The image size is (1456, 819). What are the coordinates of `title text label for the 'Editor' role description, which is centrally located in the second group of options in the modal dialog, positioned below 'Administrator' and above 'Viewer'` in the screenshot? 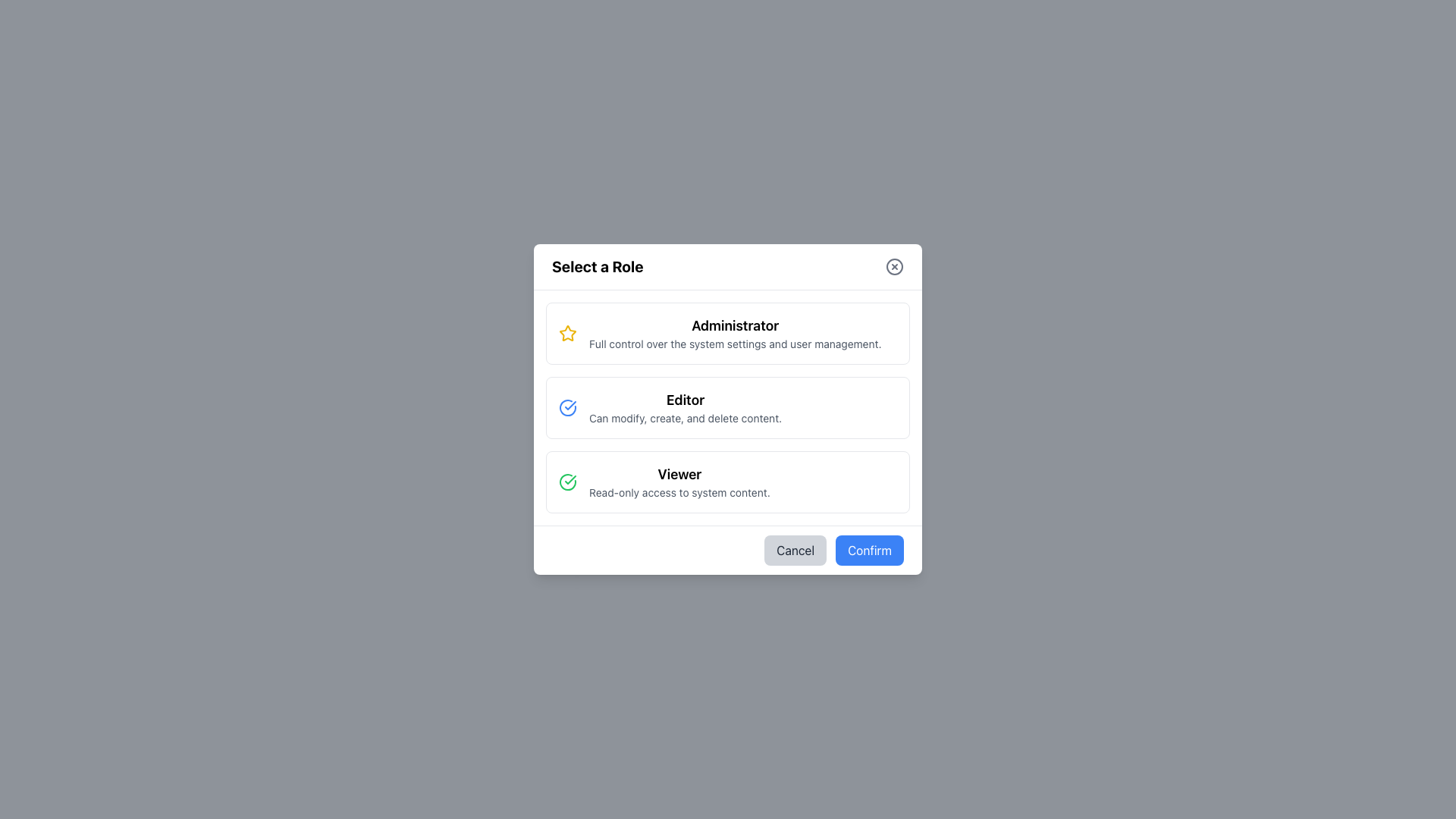 It's located at (685, 400).